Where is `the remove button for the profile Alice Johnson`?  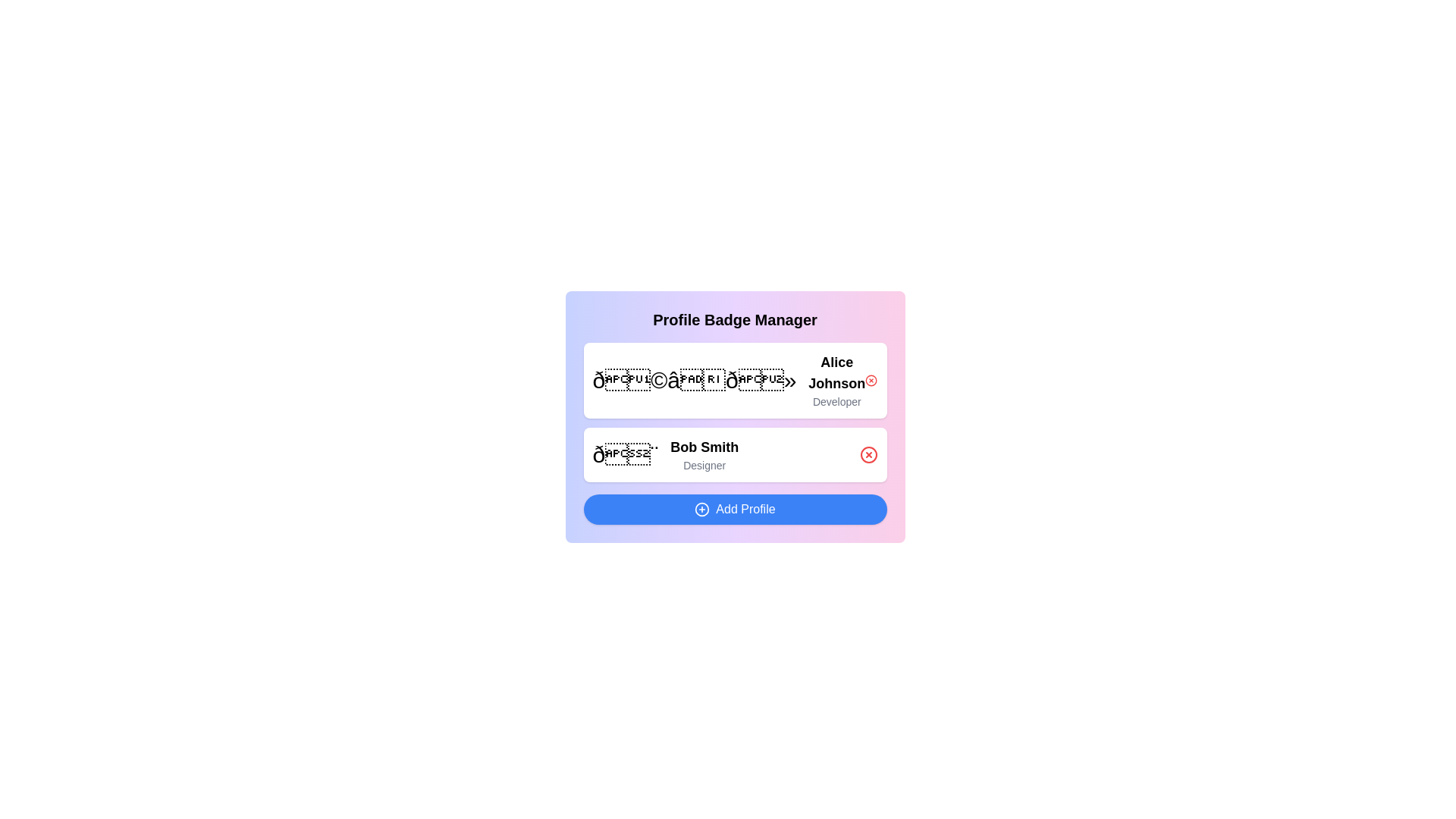 the remove button for the profile Alice Johnson is located at coordinates (871, 379).